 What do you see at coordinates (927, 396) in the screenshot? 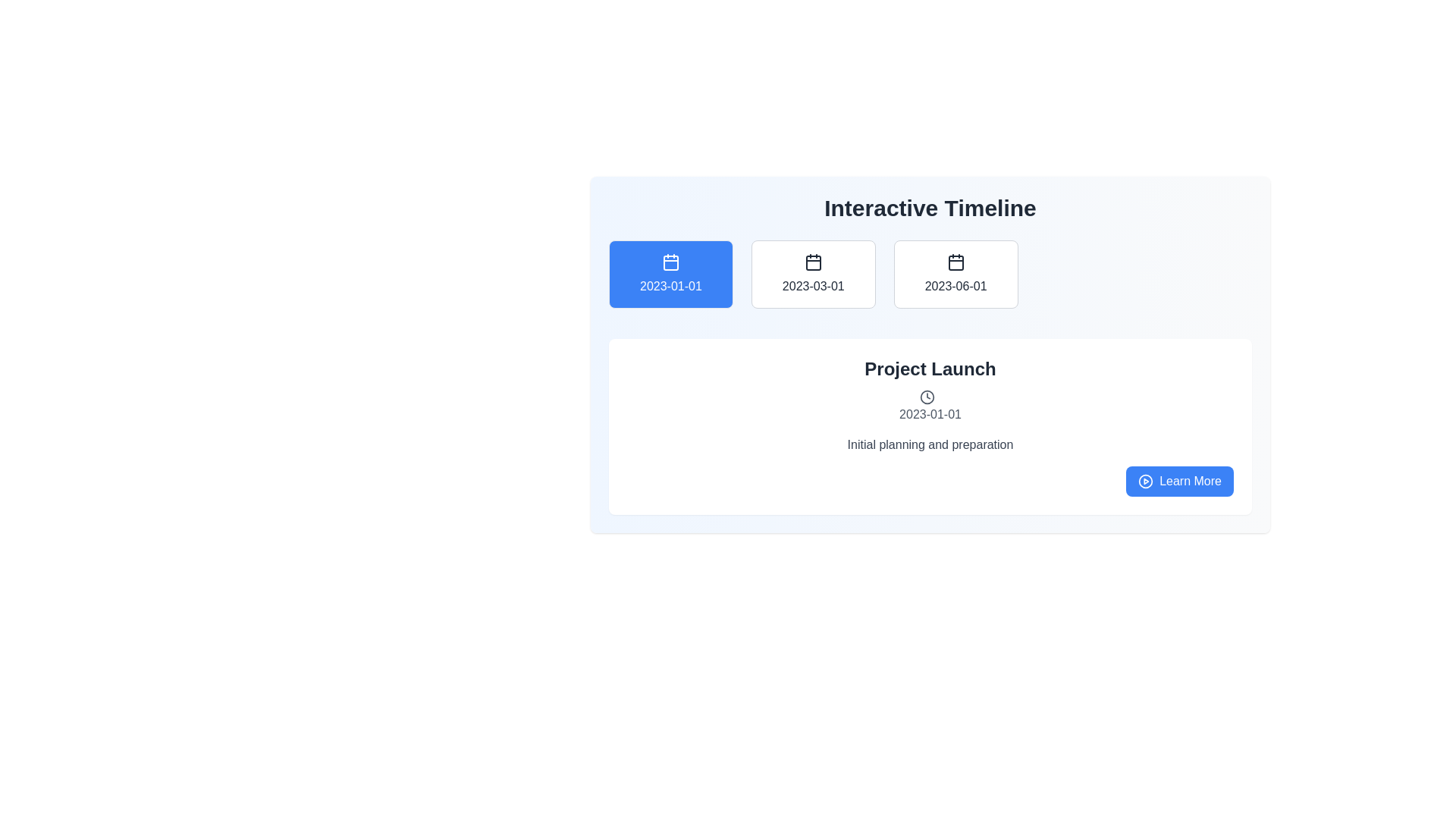
I see `clock icon located below the 'Project Launch' heading and above the date text '2023-01-01'` at bounding box center [927, 396].